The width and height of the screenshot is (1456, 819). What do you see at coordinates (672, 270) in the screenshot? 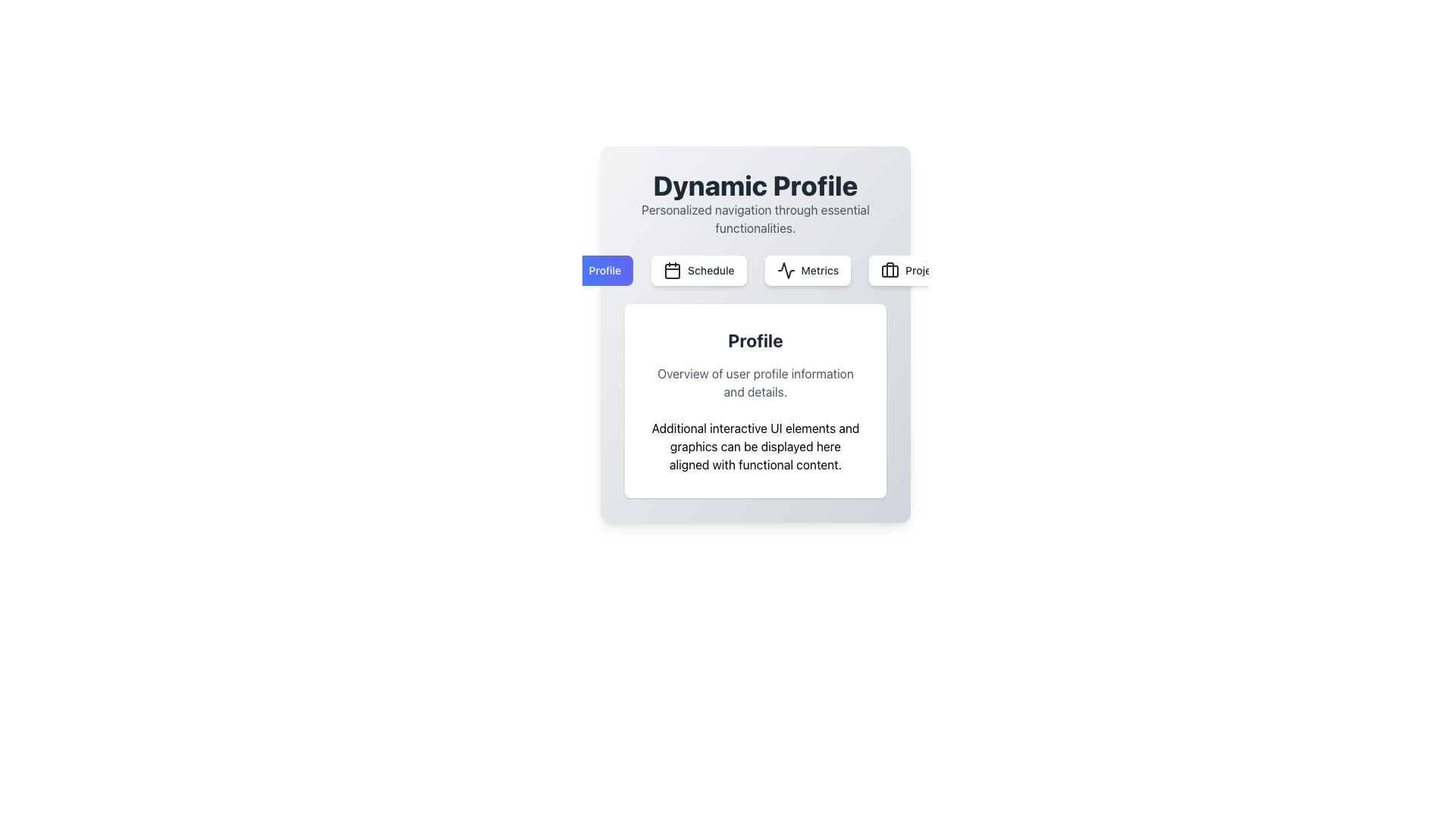
I see `the calendar icon that is part of the 'Schedule' button, which is positioned second from the left in the navigation row under the 'Dynamic Profile' header` at bounding box center [672, 270].